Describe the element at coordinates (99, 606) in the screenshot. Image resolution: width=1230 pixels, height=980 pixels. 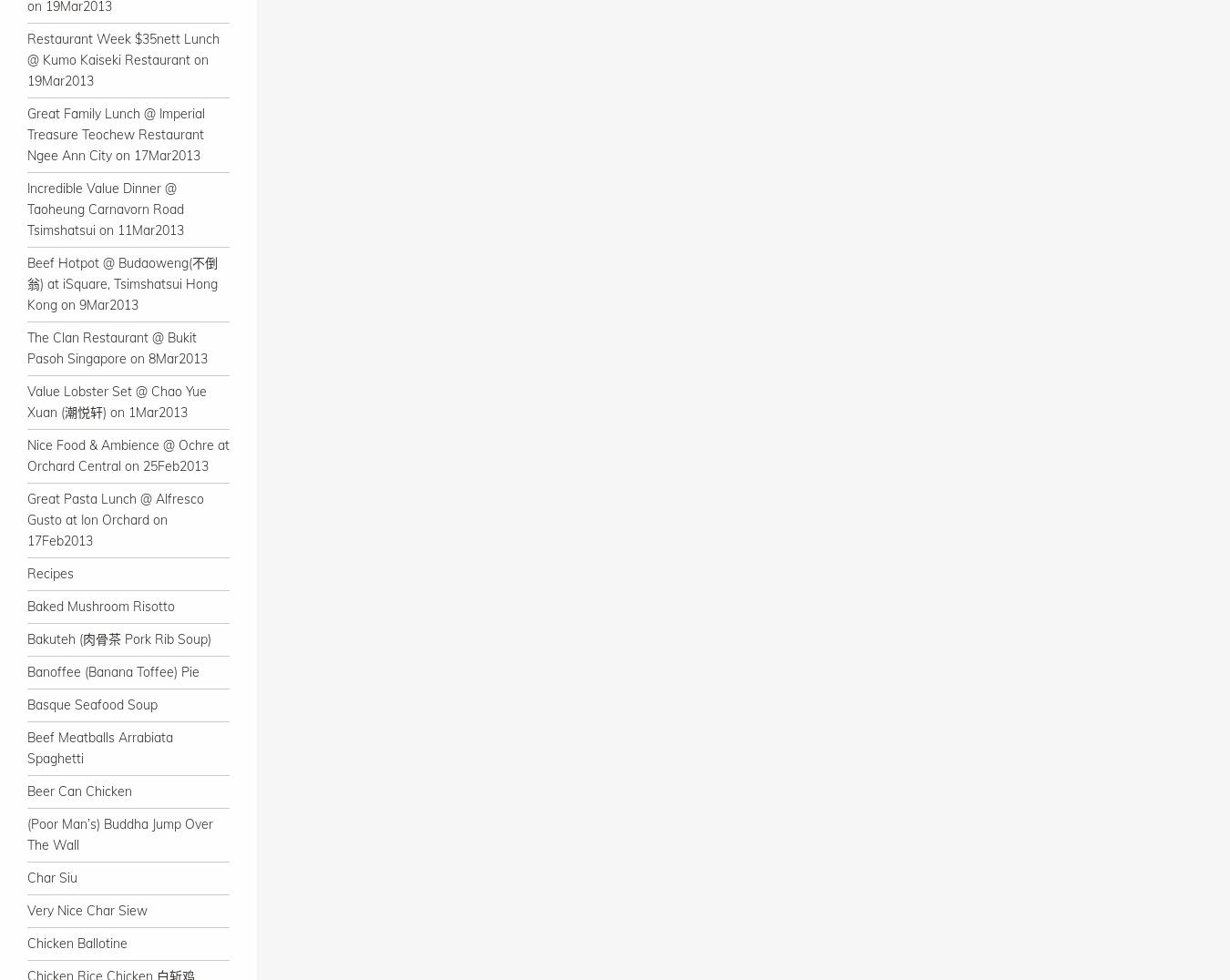
I see `'Baked Mushroom Risotto'` at that location.